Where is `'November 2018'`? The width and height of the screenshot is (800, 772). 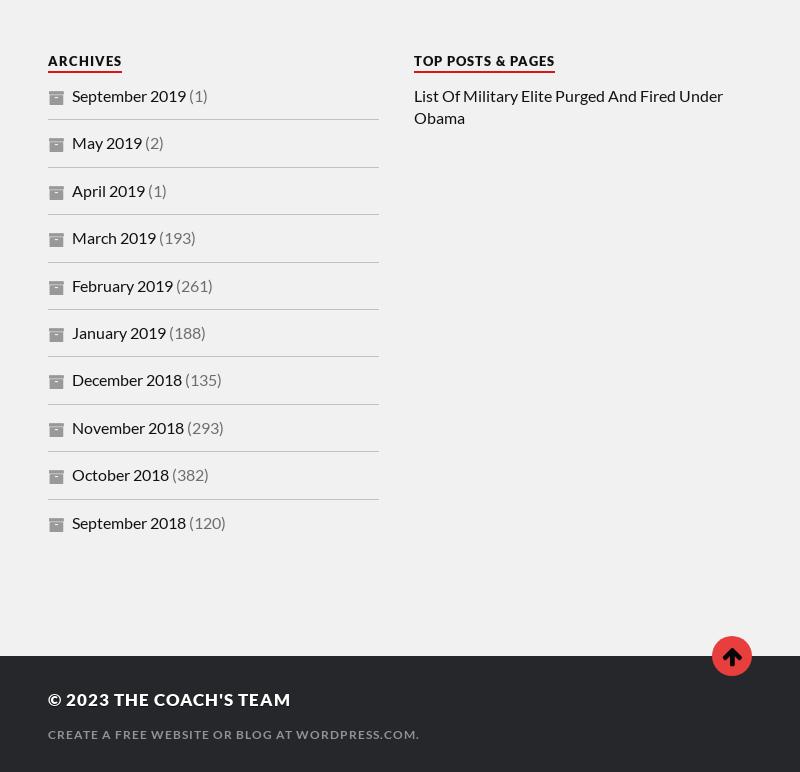 'November 2018' is located at coordinates (72, 425).